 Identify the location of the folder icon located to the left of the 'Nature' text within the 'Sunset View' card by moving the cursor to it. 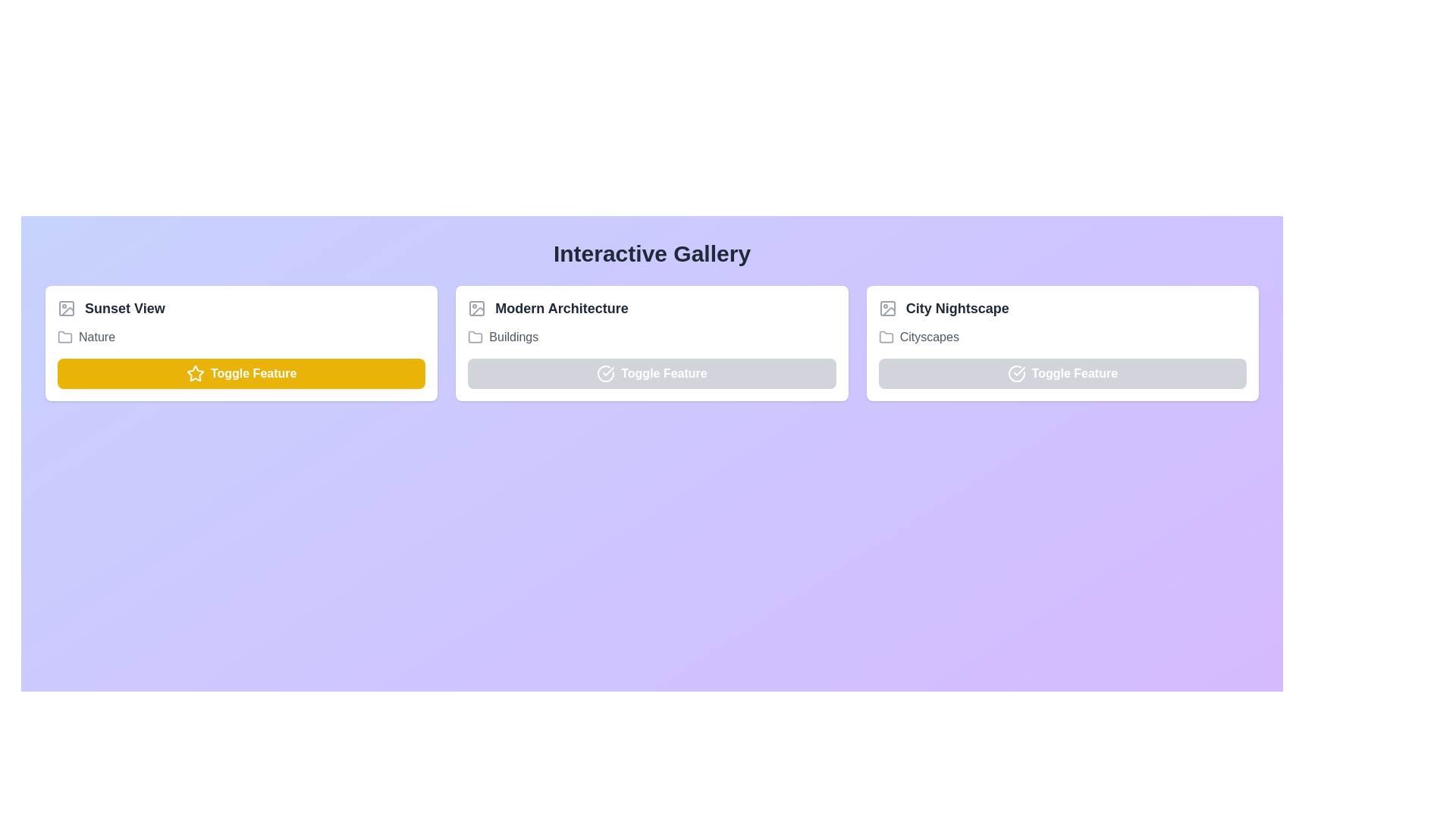
(64, 336).